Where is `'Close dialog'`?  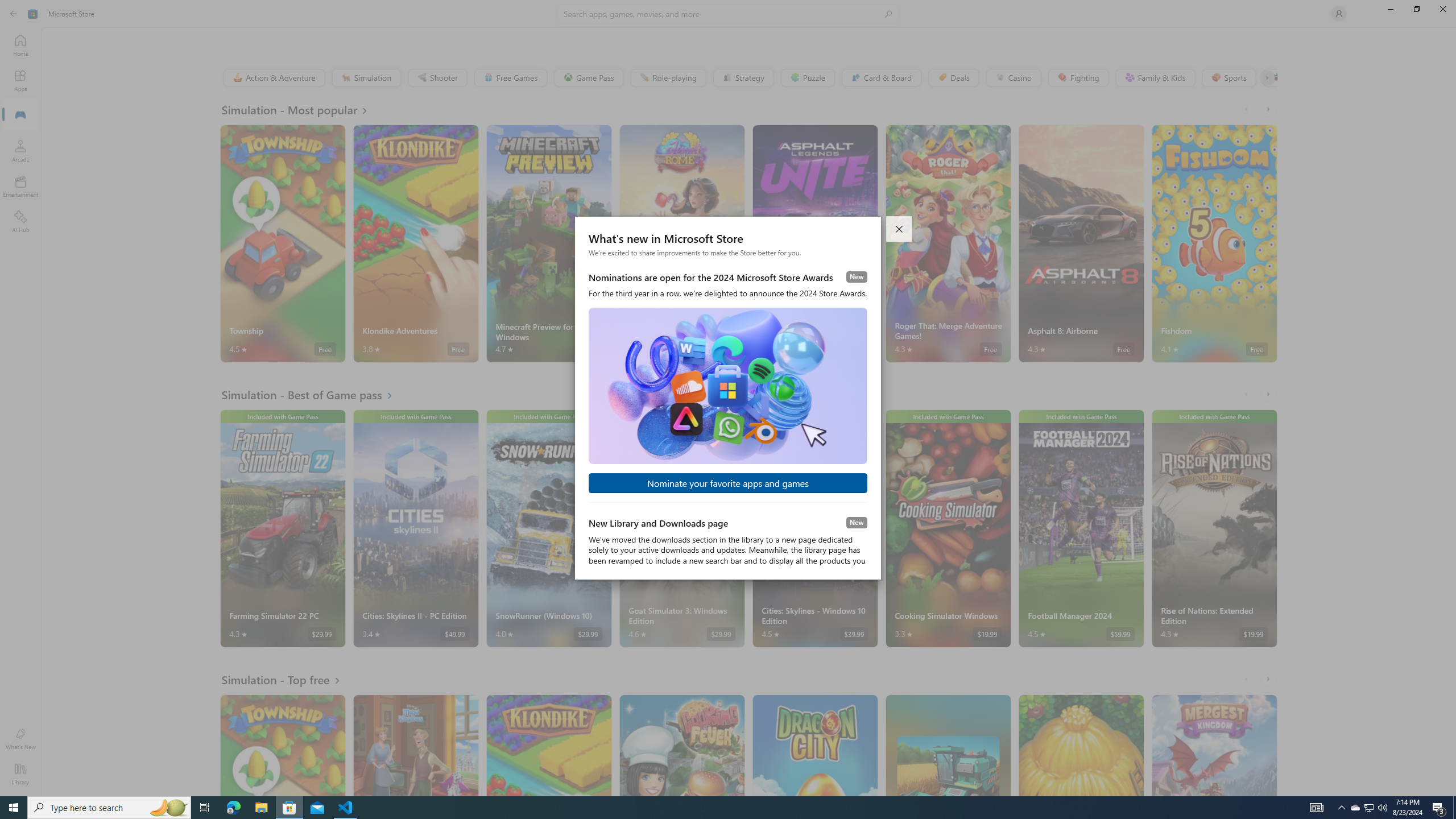
'Close dialog' is located at coordinates (899, 229).